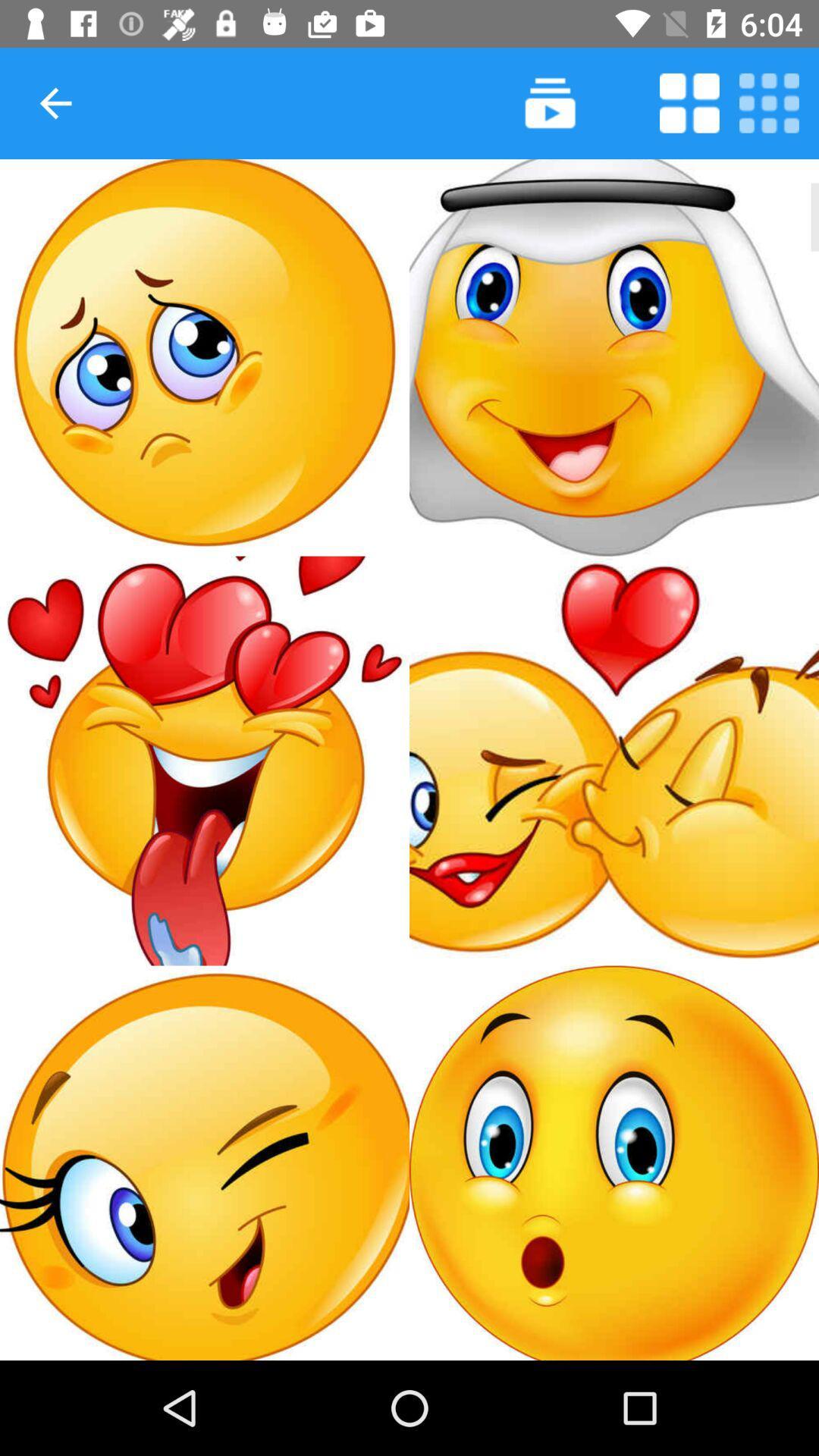 The width and height of the screenshot is (819, 1456). What do you see at coordinates (614, 761) in the screenshot?
I see `kissing emoji` at bounding box center [614, 761].